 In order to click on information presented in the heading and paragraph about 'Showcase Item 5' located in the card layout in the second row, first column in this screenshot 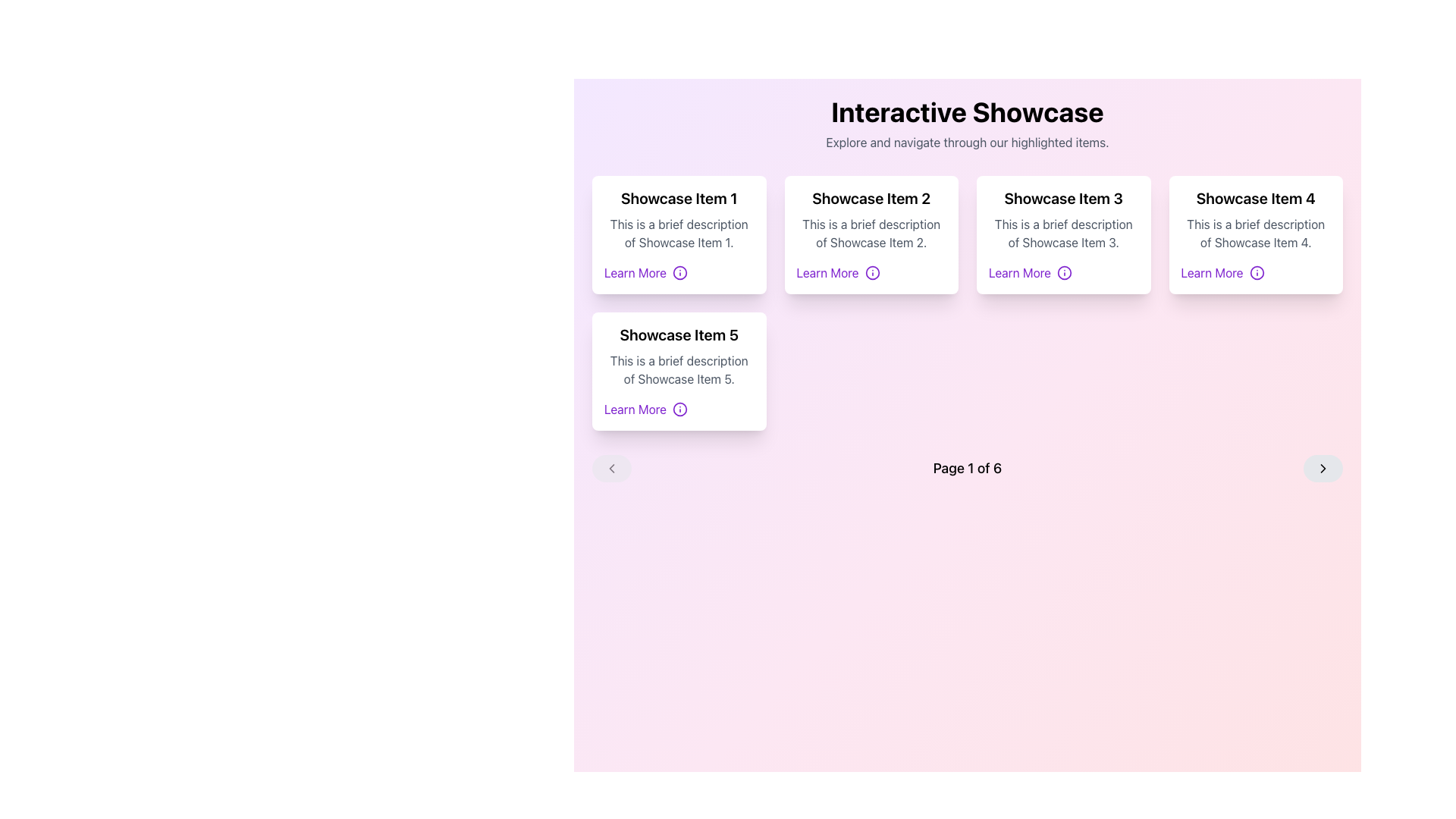, I will do `click(678, 356)`.